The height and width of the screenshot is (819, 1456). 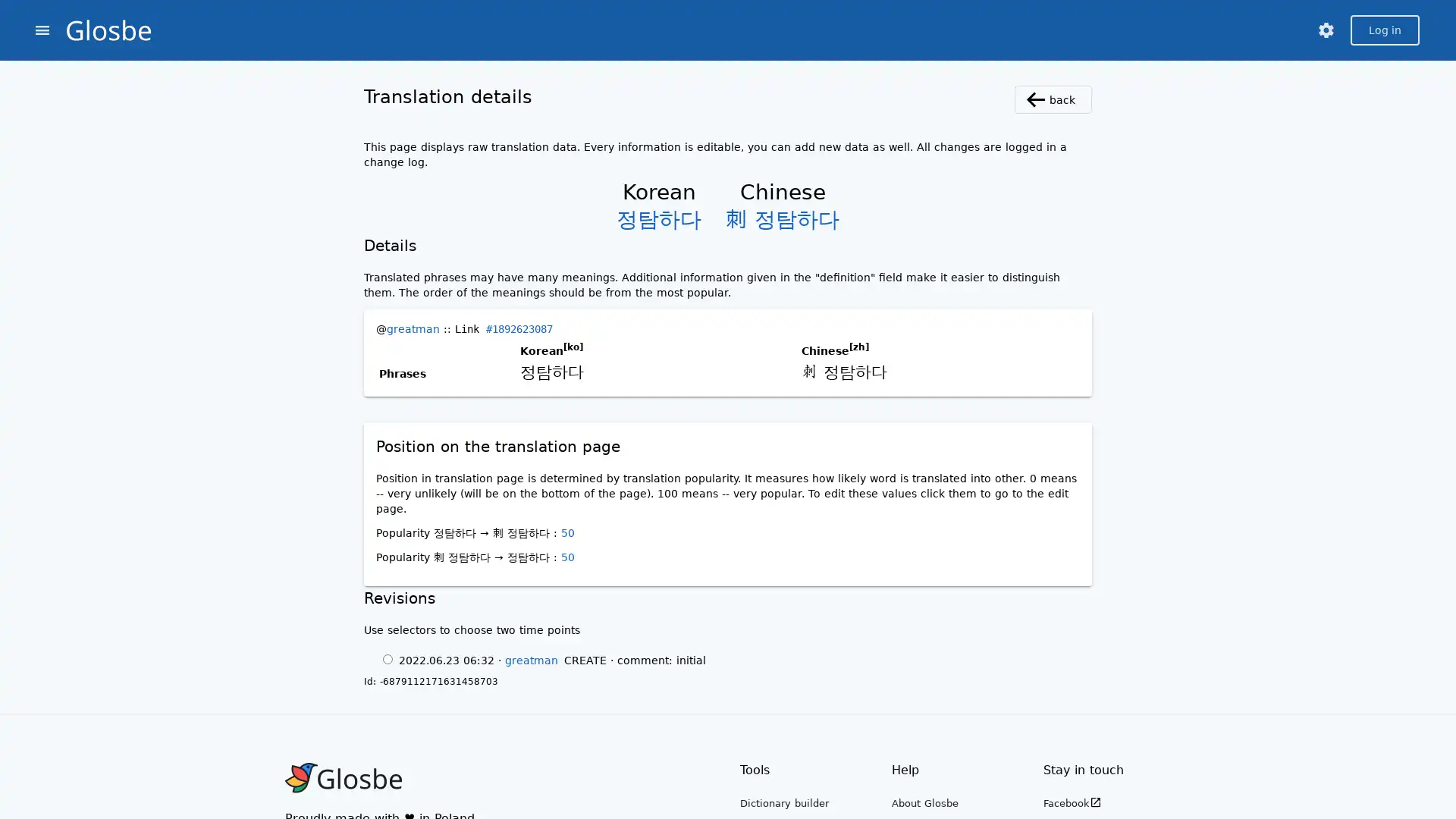 I want to click on back, so click(x=1052, y=99).